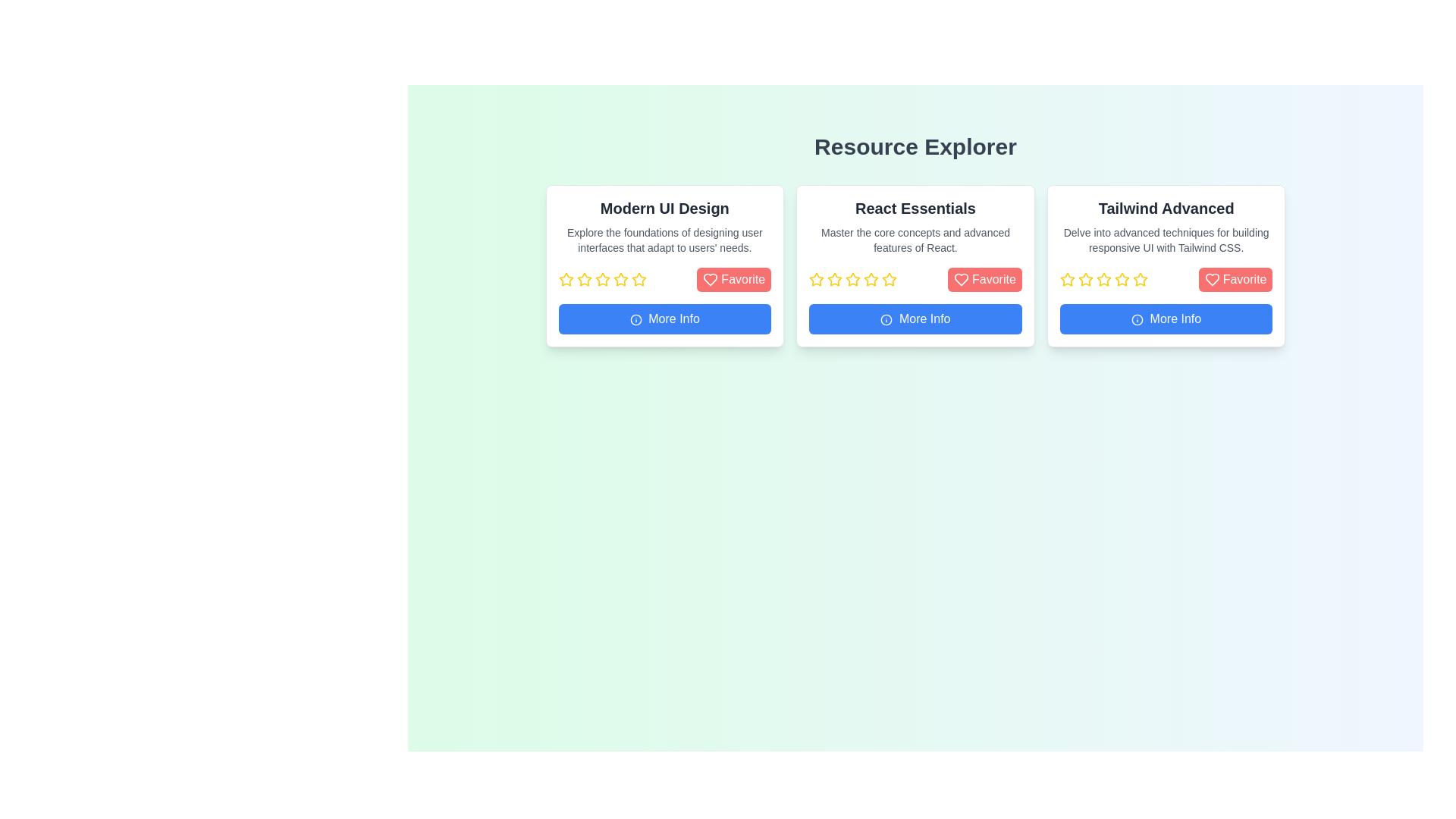  I want to click on the third yellow star icon in the rating component, which is part of a series of five stars arranged horizontally, so click(1105, 280).